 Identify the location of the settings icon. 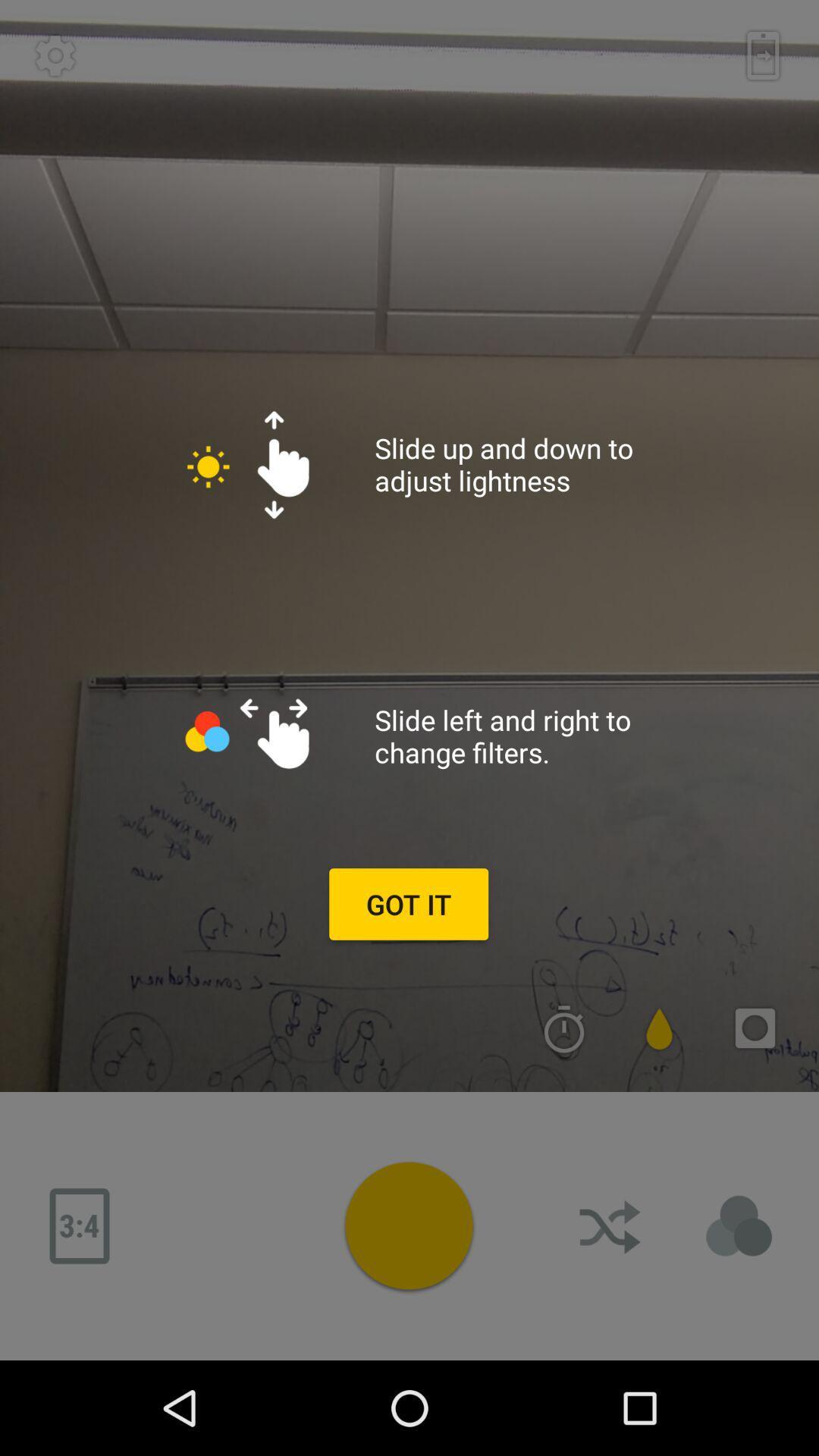
(55, 55).